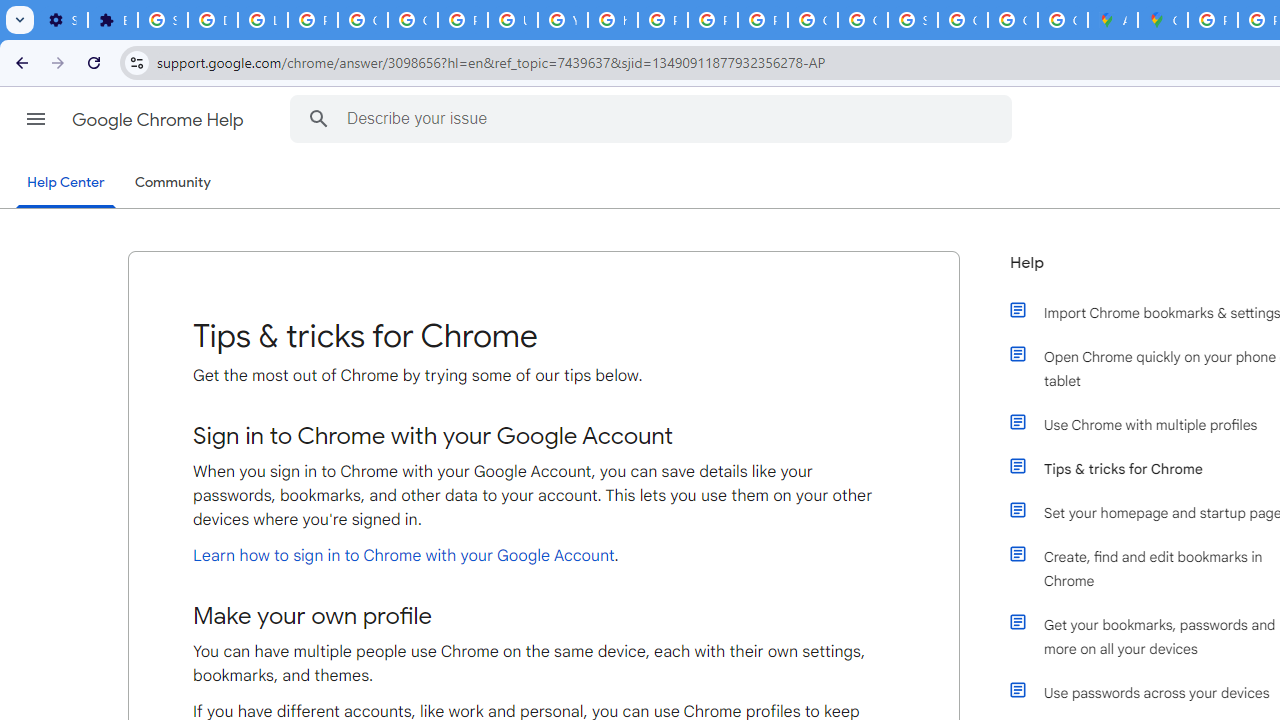 This screenshot has width=1280, height=720. I want to click on 'Google Account Help', so click(362, 20).